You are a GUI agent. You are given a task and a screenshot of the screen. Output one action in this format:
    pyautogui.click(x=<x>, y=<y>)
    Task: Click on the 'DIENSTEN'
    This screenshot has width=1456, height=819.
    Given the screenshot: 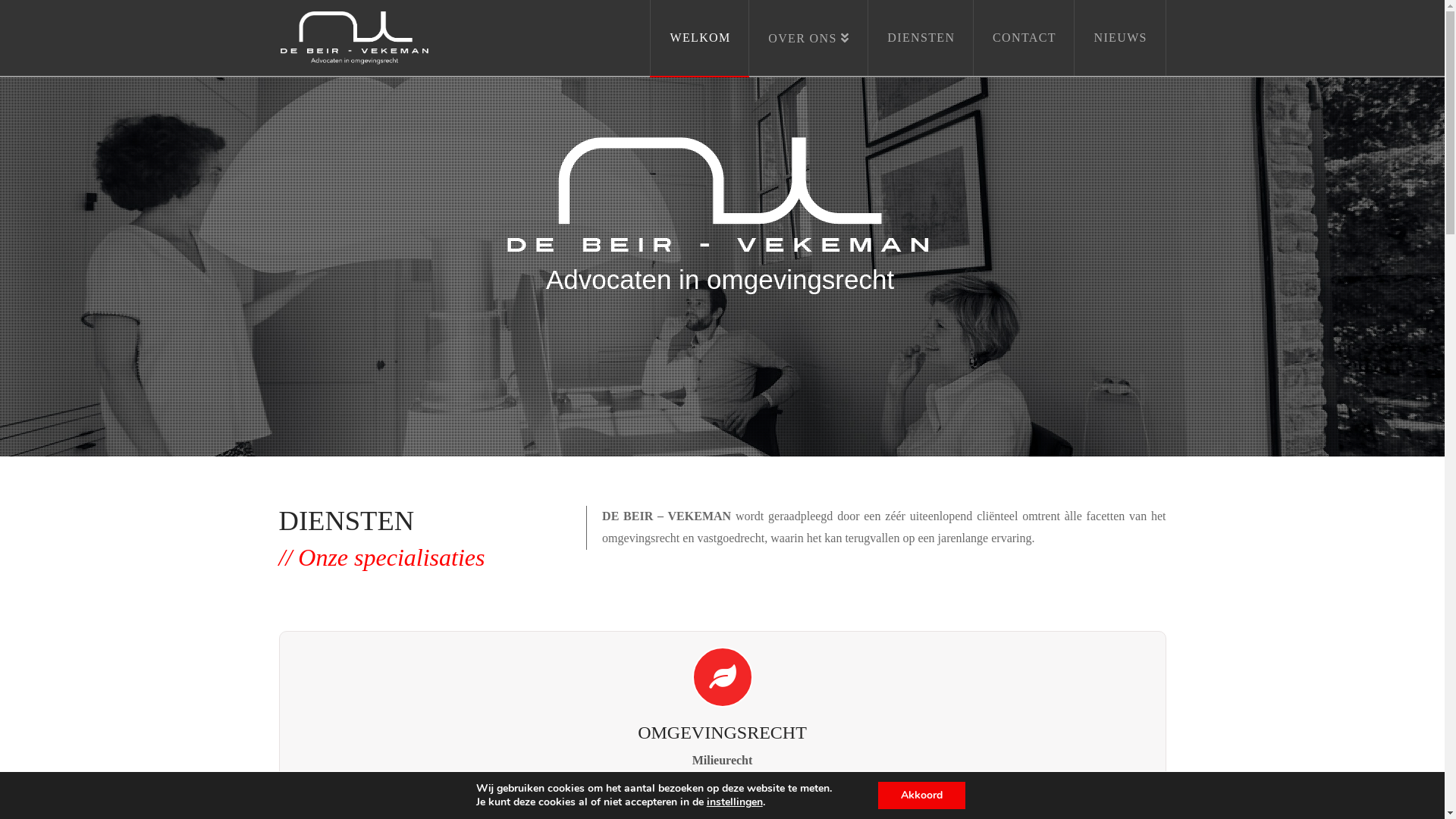 What is the action you would take?
    pyautogui.click(x=920, y=37)
    